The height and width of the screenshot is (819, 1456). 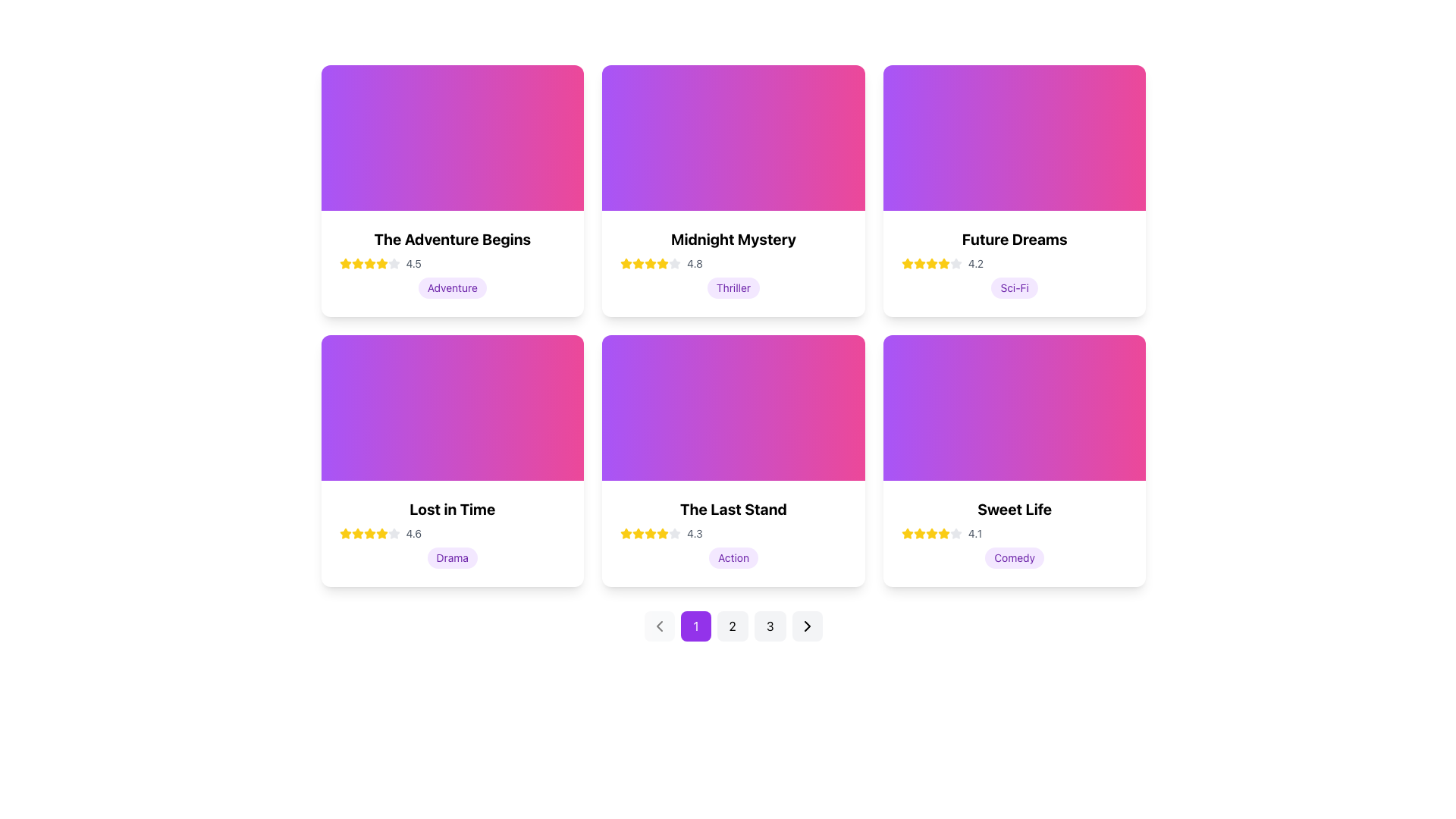 What do you see at coordinates (451, 460) in the screenshot?
I see `the content card displaying information about a movie or show located in the second row, first column of the grid layout` at bounding box center [451, 460].